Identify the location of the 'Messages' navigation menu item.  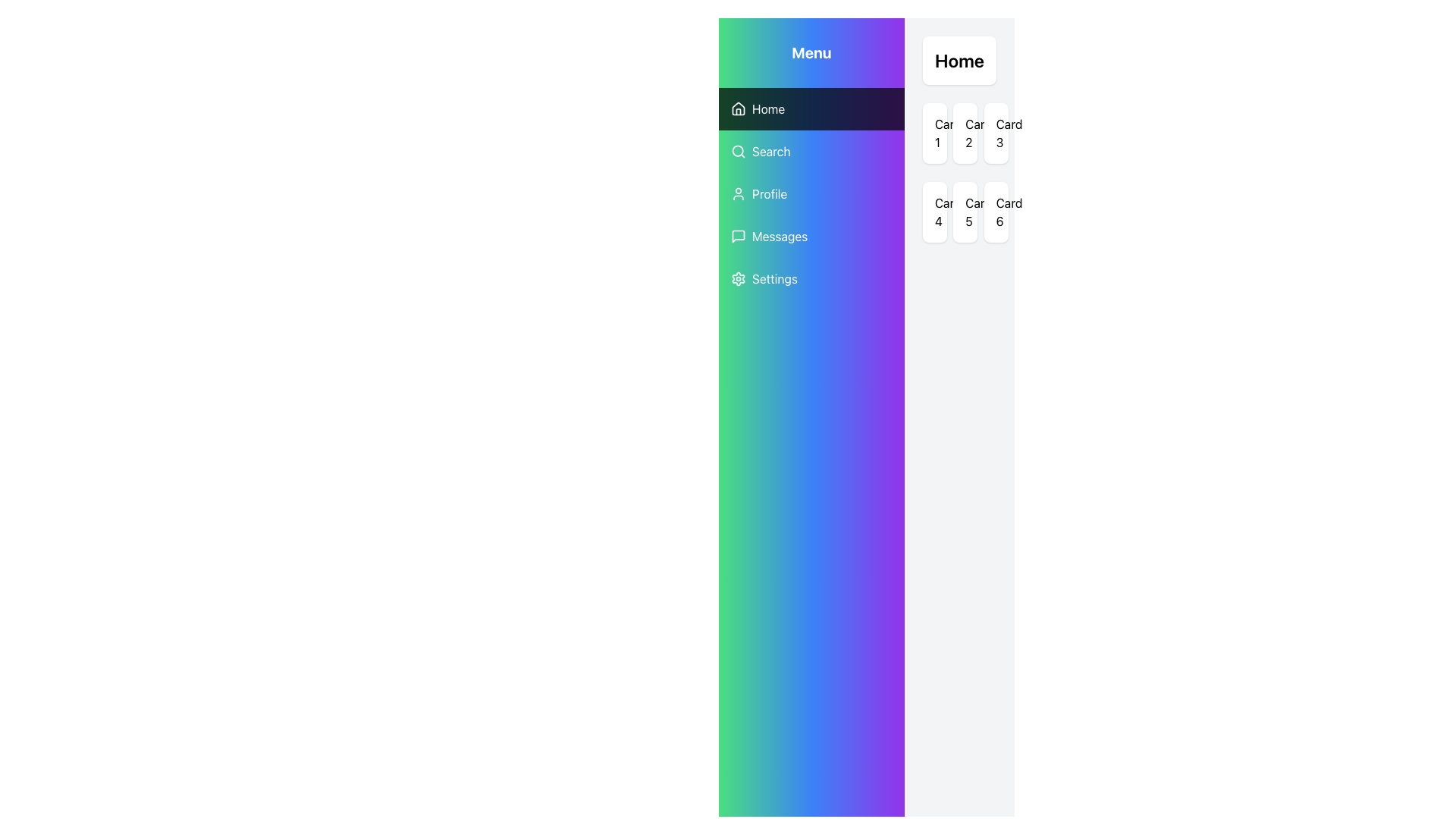
(811, 237).